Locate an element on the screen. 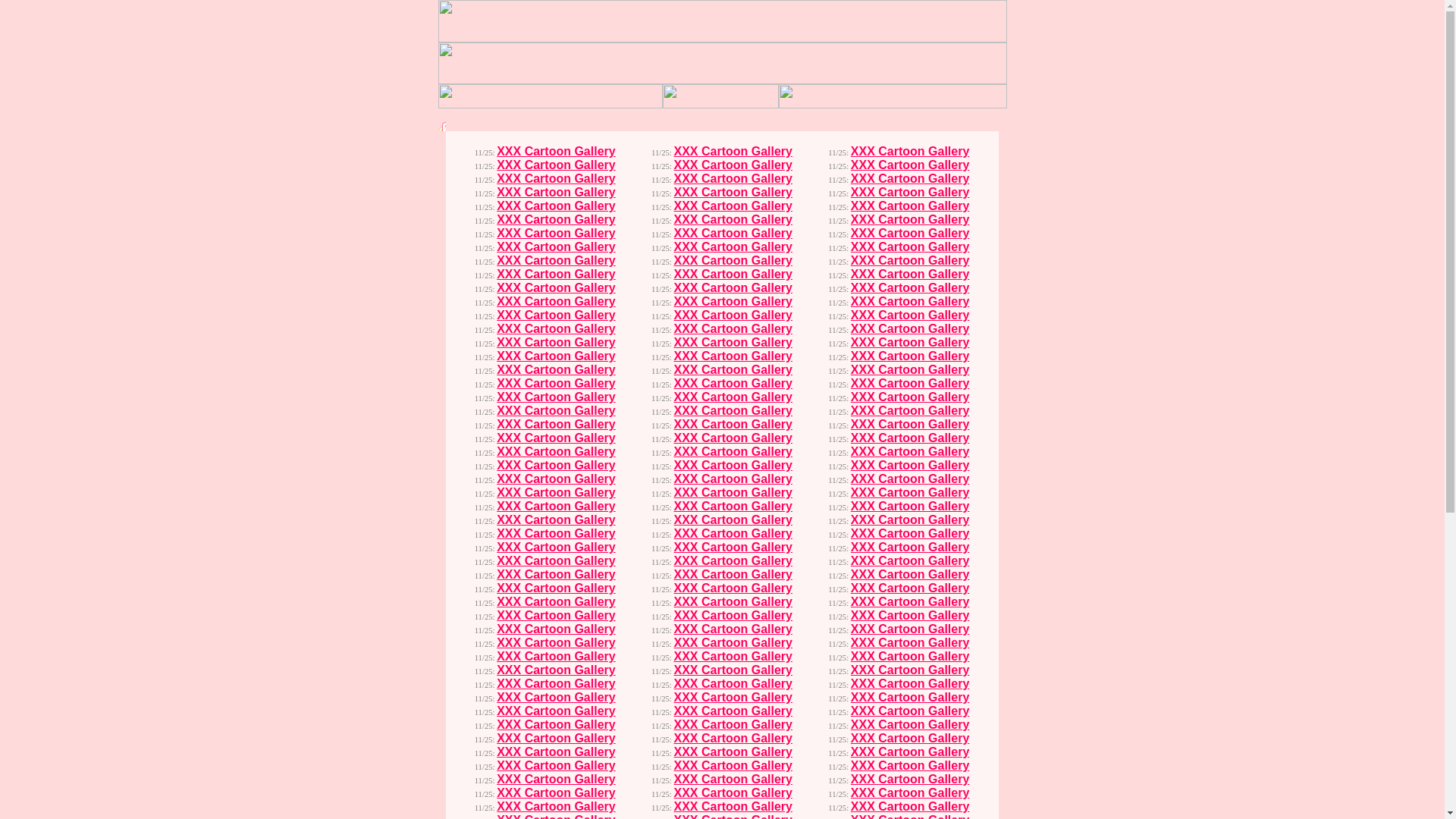  'XXX Cartoon Gallery' is located at coordinates (555, 151).